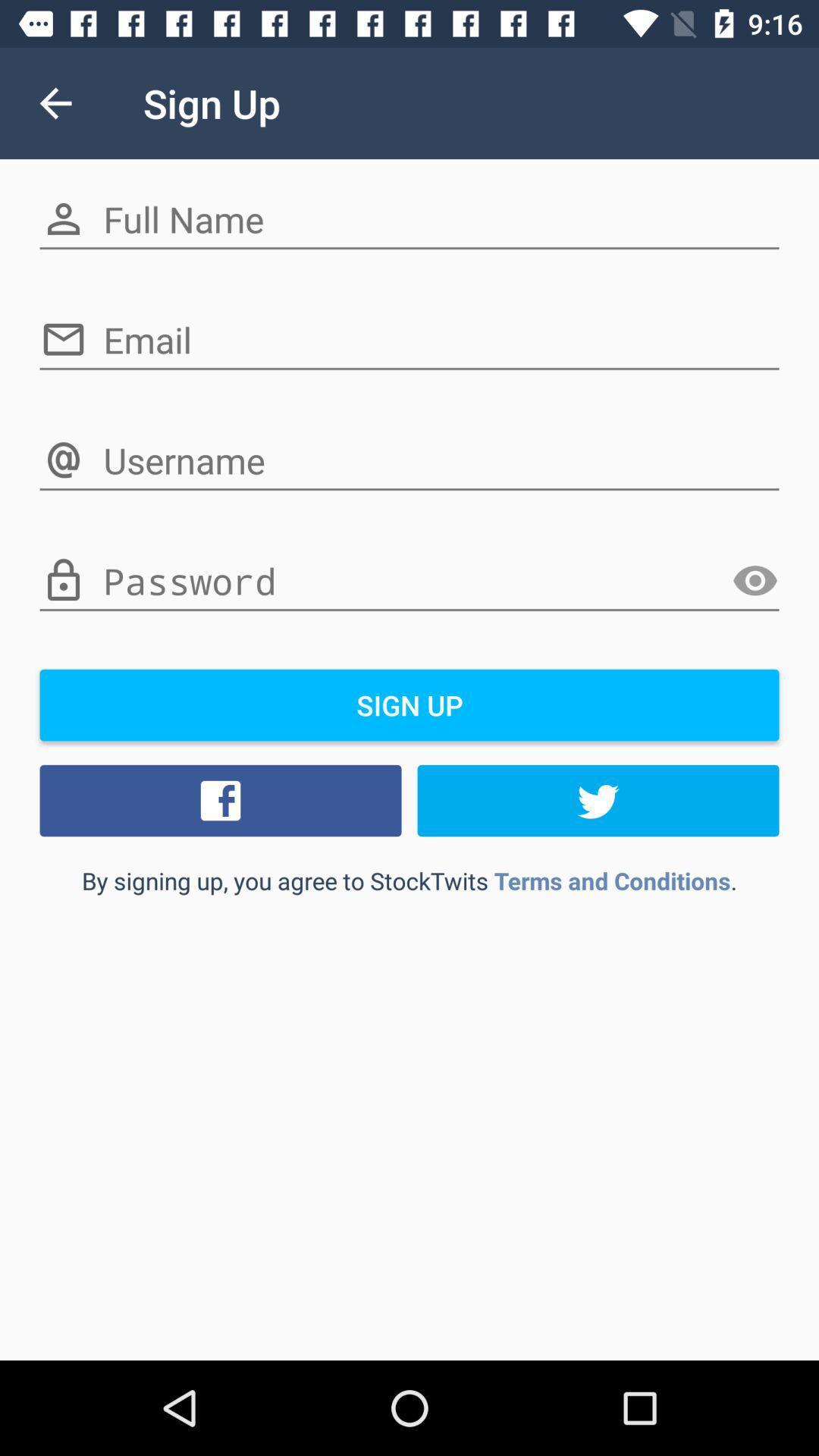  Describe the element at coordinates (755, 580) in the screenshot. I see `item above sign up item` at that location.